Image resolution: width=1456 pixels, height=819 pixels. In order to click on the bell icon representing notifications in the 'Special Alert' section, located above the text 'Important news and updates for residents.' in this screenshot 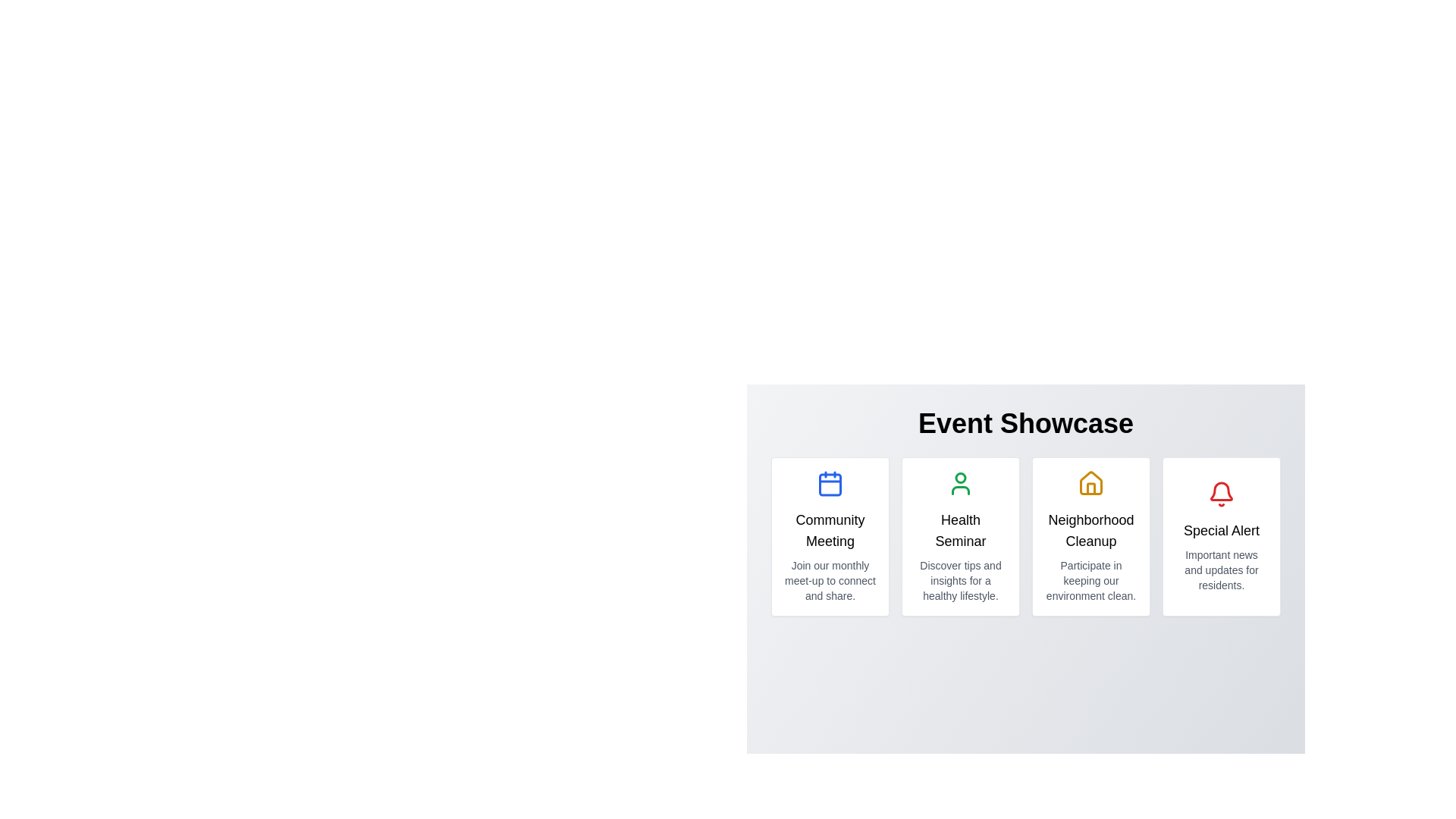, I will do `click(1222, 494)`.